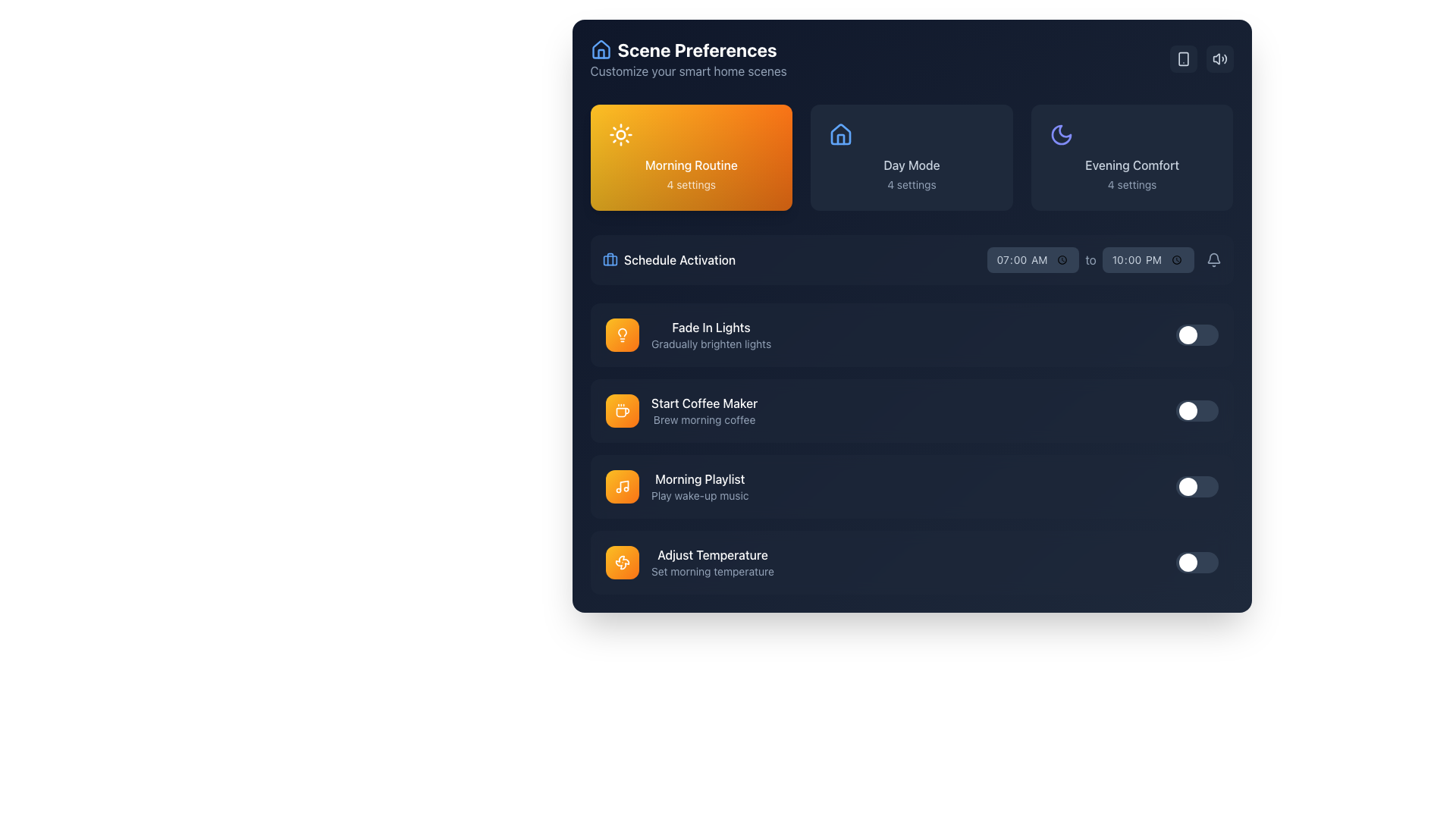 The width and height of the screenshot is (1456, 819). What do you see at coordinates (1132, 158) in the screenshot?
I see `the third interactive button related to 'Evening Comfort'` at bounding box center [1132, 158].